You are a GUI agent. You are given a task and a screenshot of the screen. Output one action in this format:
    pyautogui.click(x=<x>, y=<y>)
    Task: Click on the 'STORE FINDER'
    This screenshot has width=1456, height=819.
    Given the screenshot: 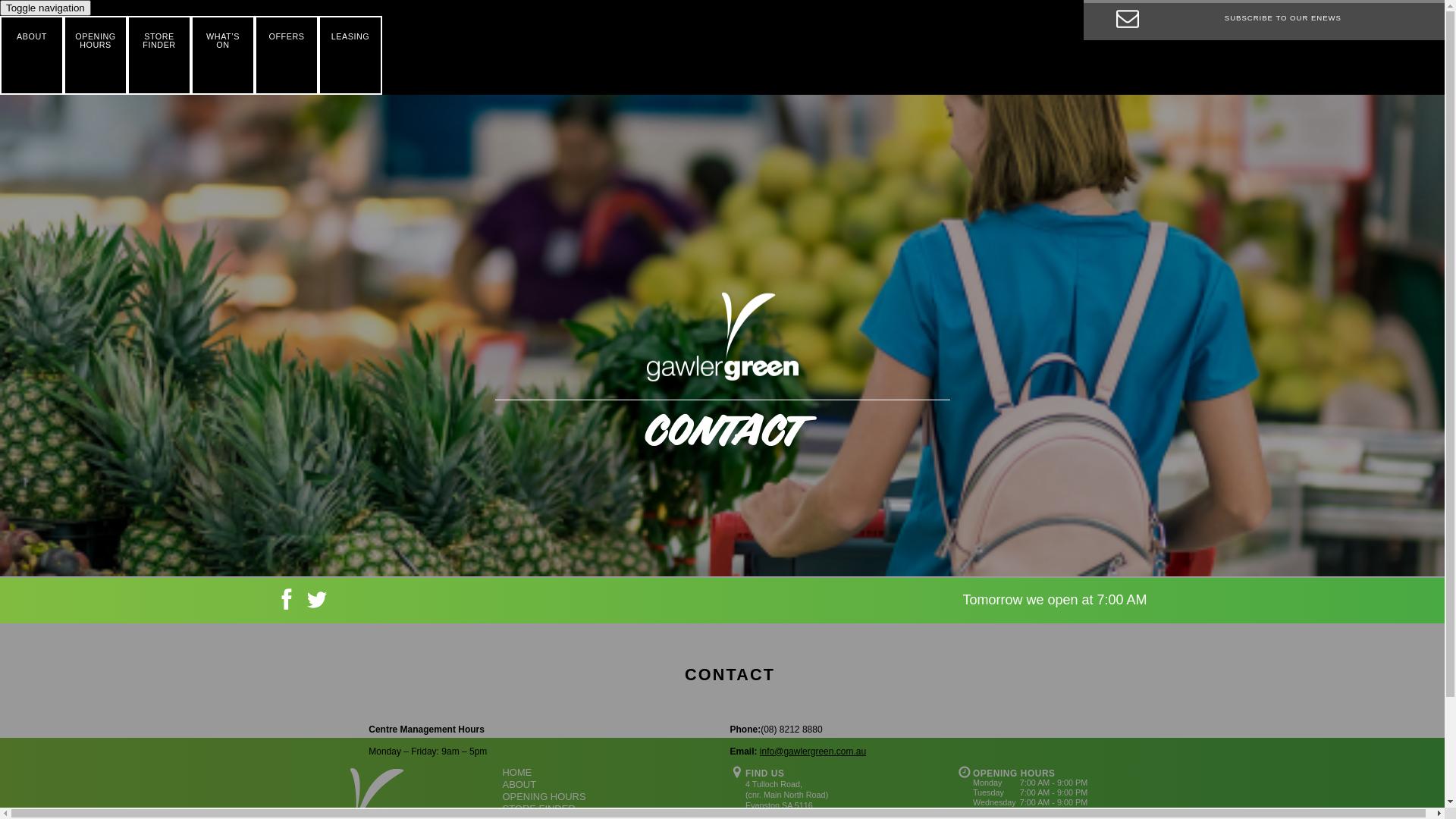 What is the action you would take?
    pyautogui.click(x=159, y=55)
    